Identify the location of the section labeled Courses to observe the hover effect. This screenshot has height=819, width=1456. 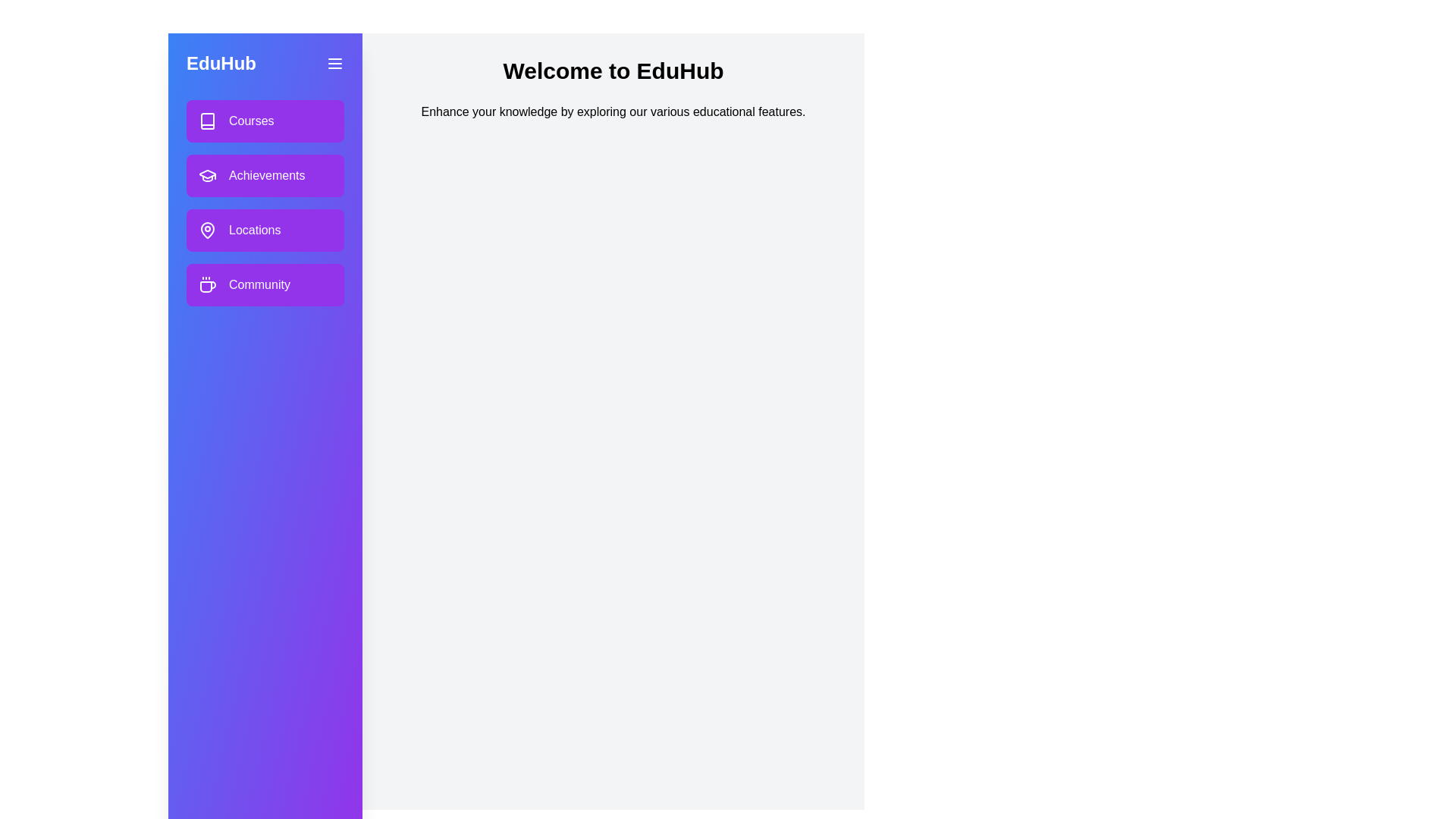
(265, 120).